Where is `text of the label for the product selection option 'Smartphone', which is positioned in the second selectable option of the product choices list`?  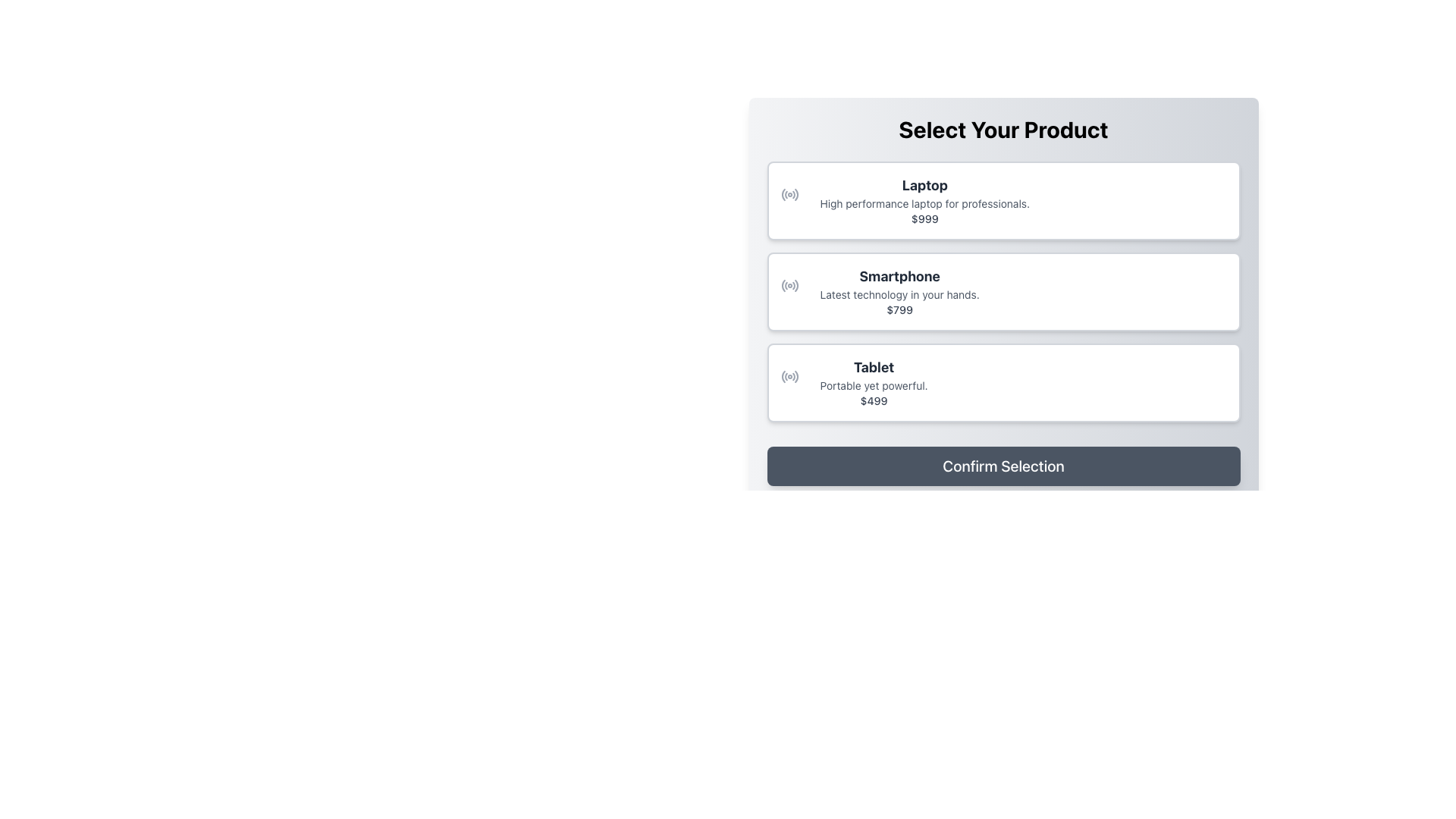 text of the label for the product selection option 'Smartphone', which is positioned in the second selectable option of the product choices list is located at coordinates (899, 277).